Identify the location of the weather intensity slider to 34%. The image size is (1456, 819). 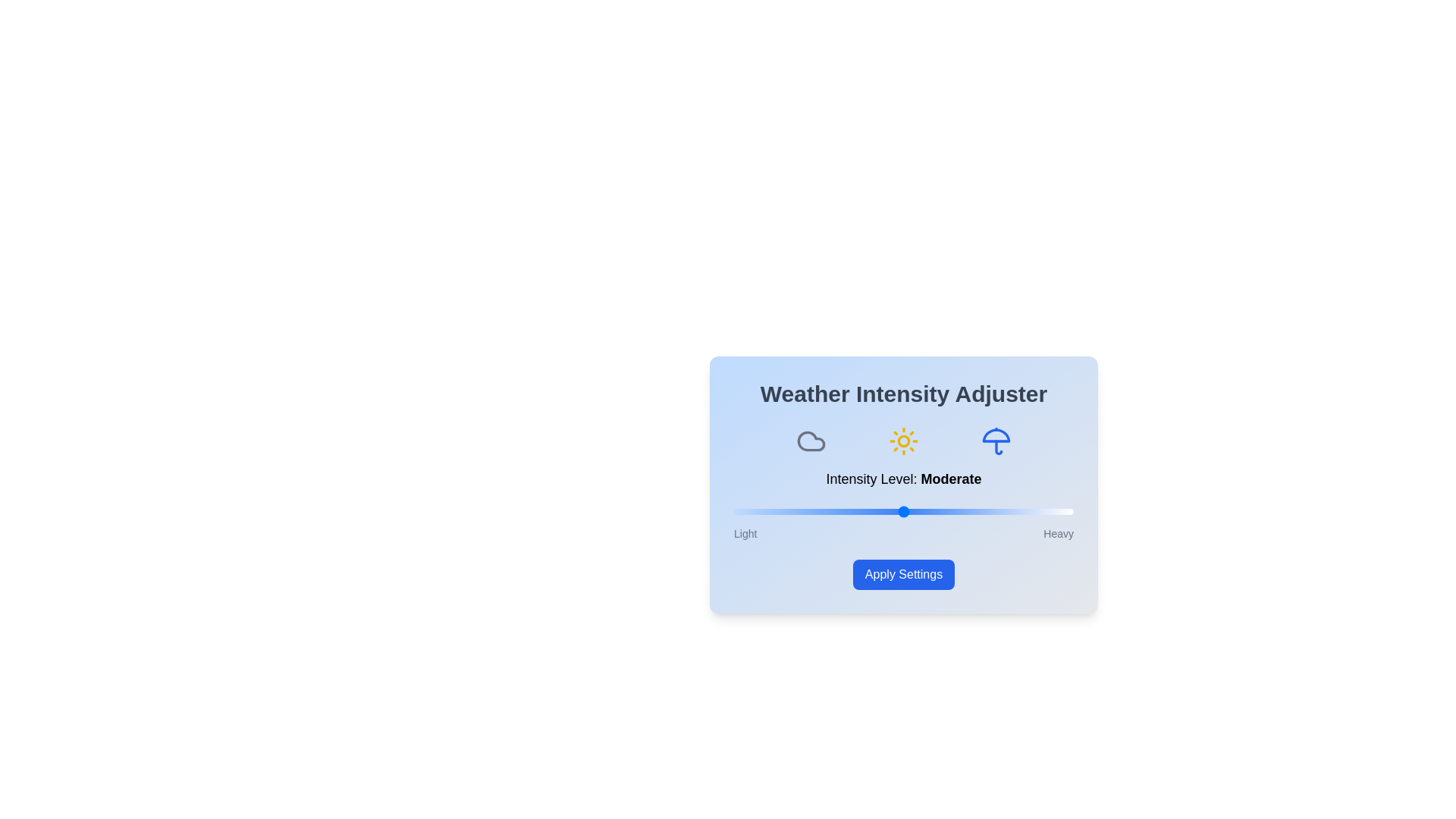
(849, 512).